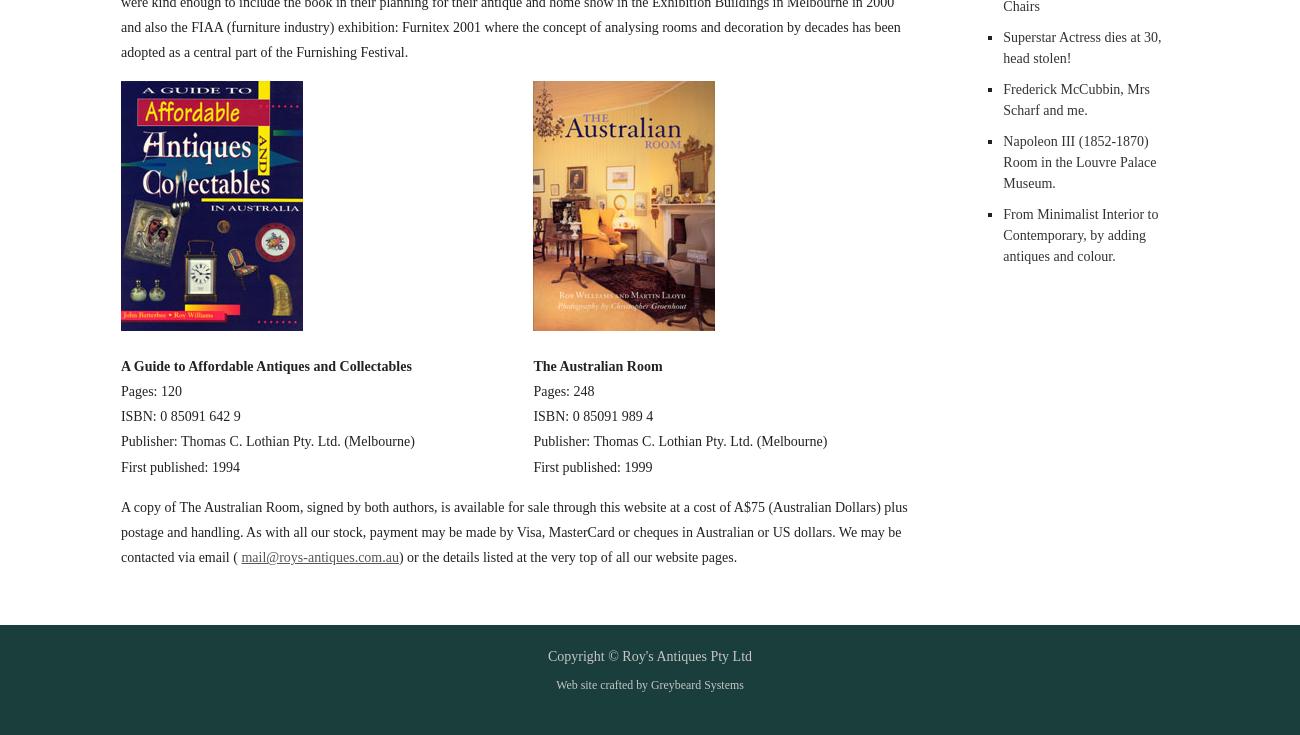 The image size is (1300, 735). I want to click on 'From Minimalist Interior to Contemporary, by adding antiques and colour.', so click(1080, 233).